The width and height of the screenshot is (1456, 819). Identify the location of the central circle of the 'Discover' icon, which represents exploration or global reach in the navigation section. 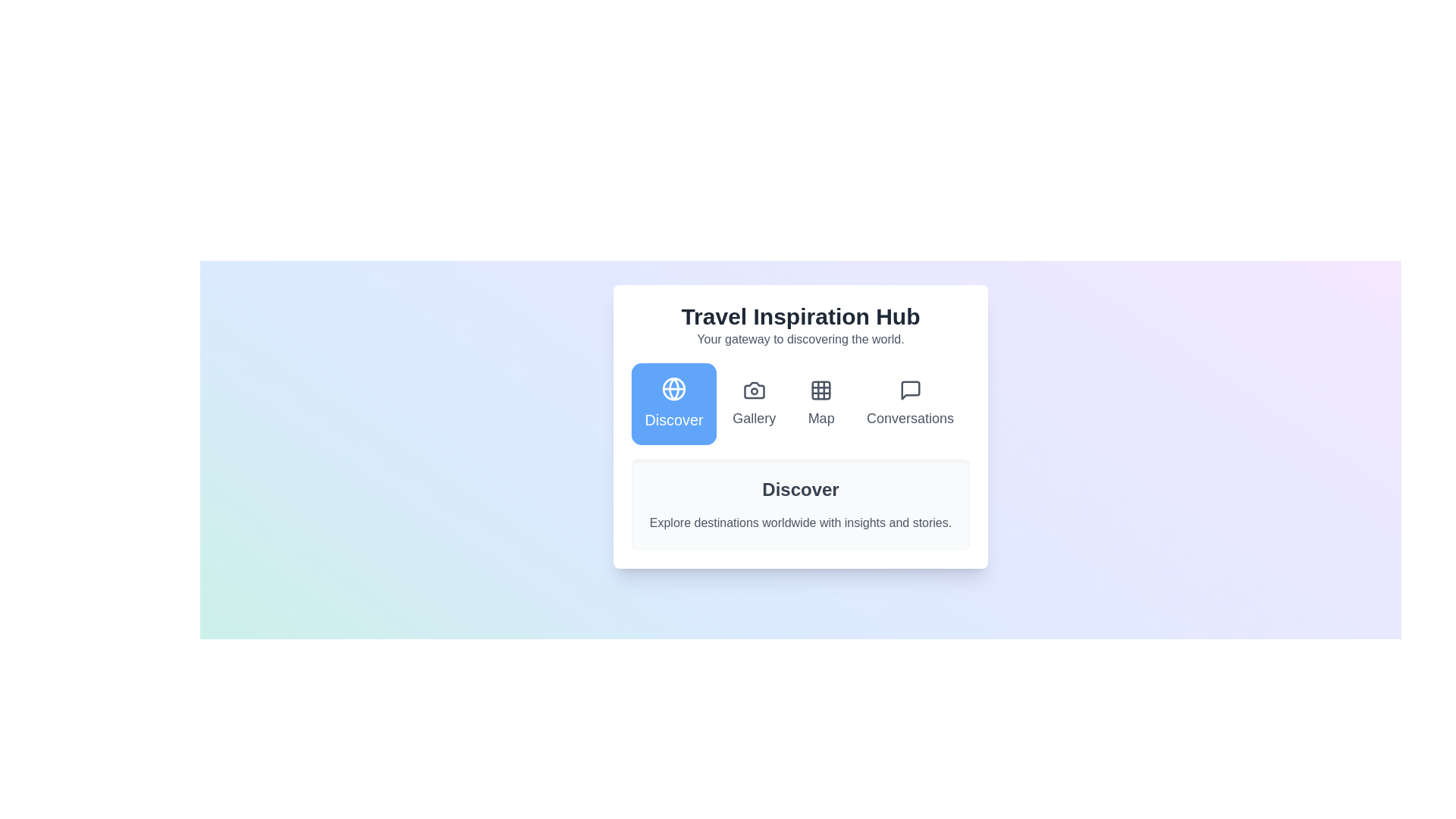
(673, 388).